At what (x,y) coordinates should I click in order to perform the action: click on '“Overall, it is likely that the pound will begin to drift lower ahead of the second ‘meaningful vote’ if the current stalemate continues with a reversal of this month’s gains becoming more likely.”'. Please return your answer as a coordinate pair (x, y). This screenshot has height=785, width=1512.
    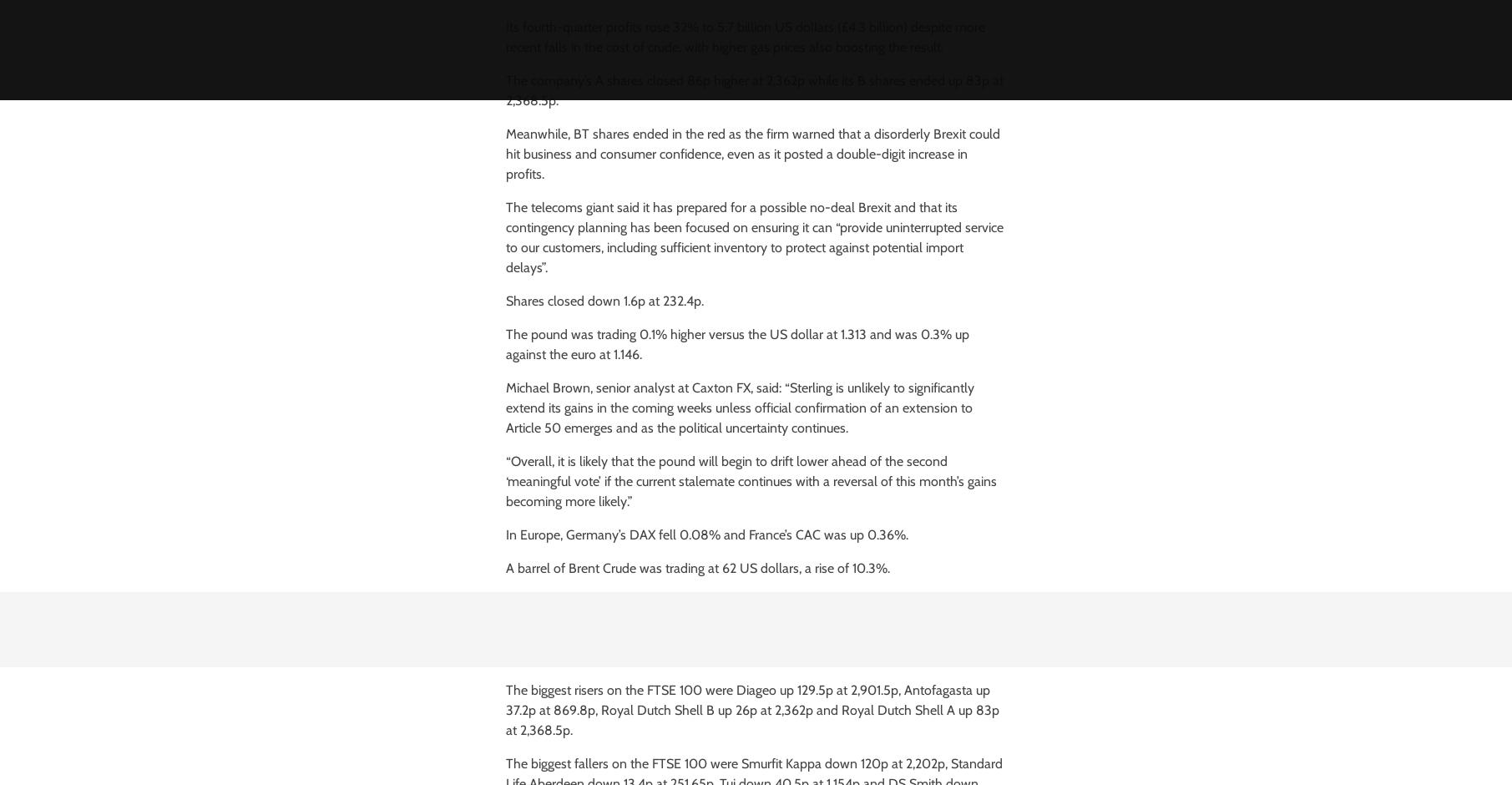
    Looking at the image, I should click on (750, 481).